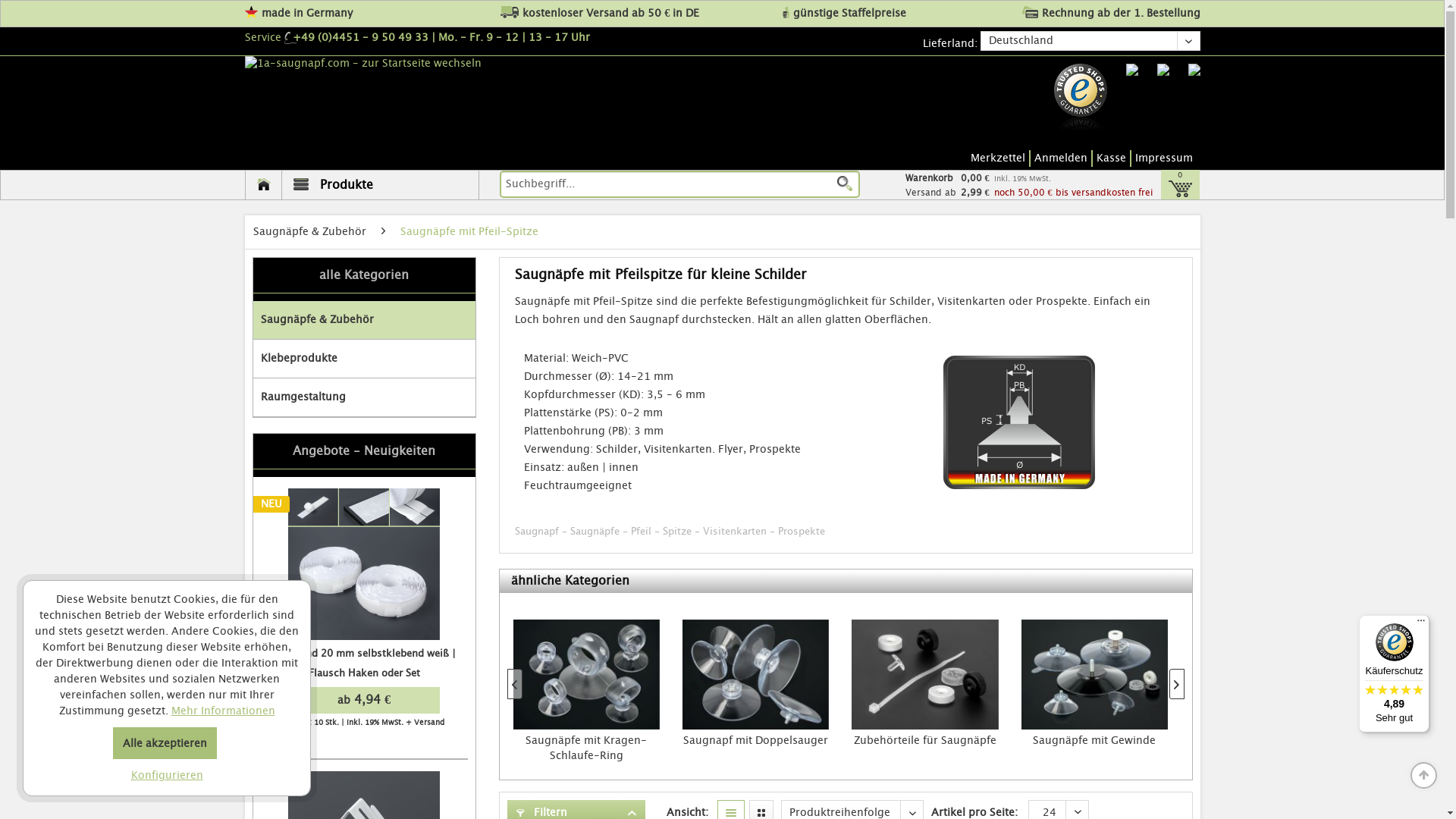 This screenshot has width=1456, height=819. I want to click on '0', so click(1175, 184).